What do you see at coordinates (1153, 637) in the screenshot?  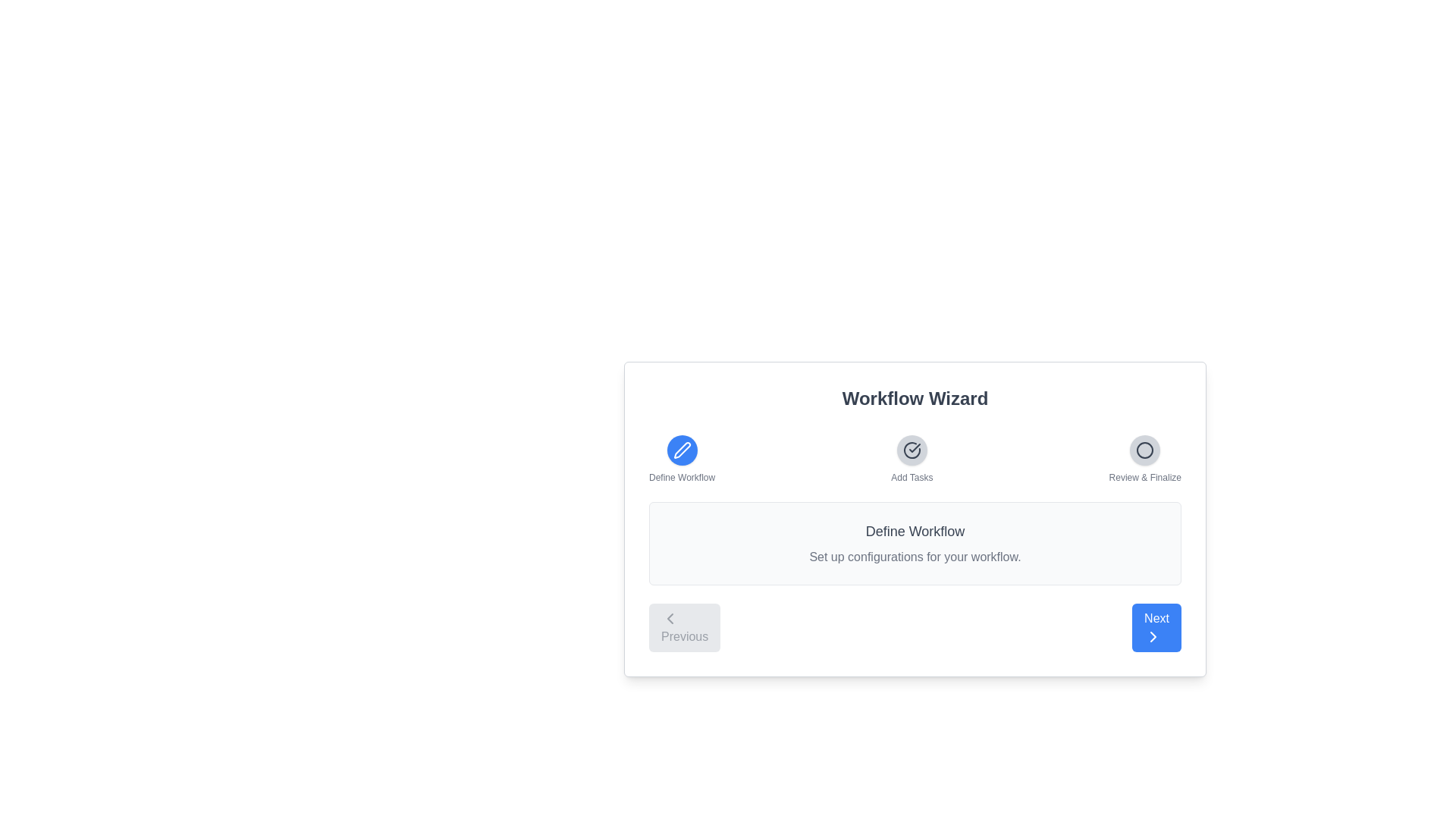 I see `the status of the chevron icon located inside the blue 'Next' button at the bottom-right corner of the card-like interface` at bounding box center [1153, 637].